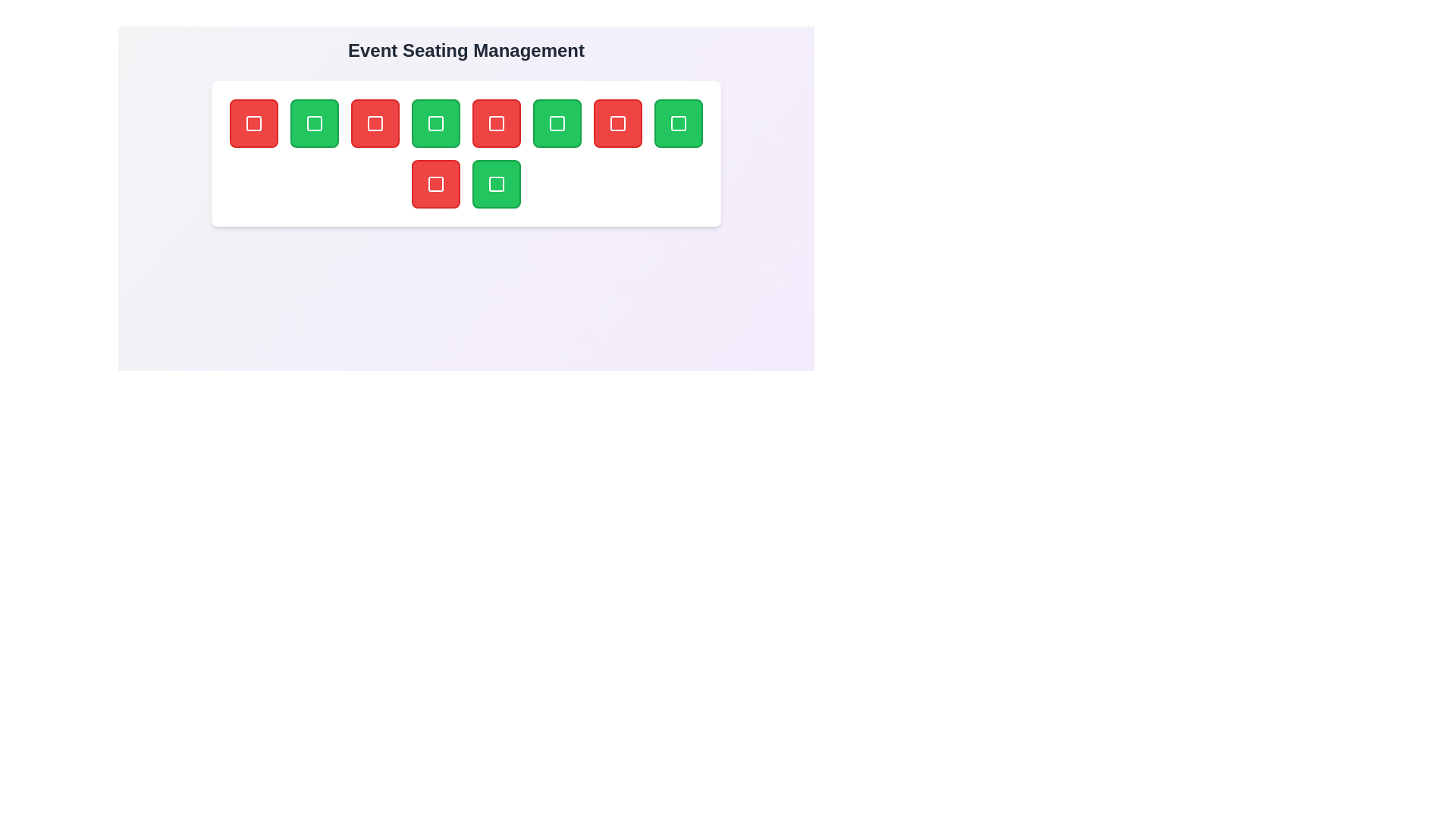  Describe the element at coordinates (496, 184) in the screenshot. I see `the selectable seat element labeled 'Seat 10' in the event seating management interface` at that location.